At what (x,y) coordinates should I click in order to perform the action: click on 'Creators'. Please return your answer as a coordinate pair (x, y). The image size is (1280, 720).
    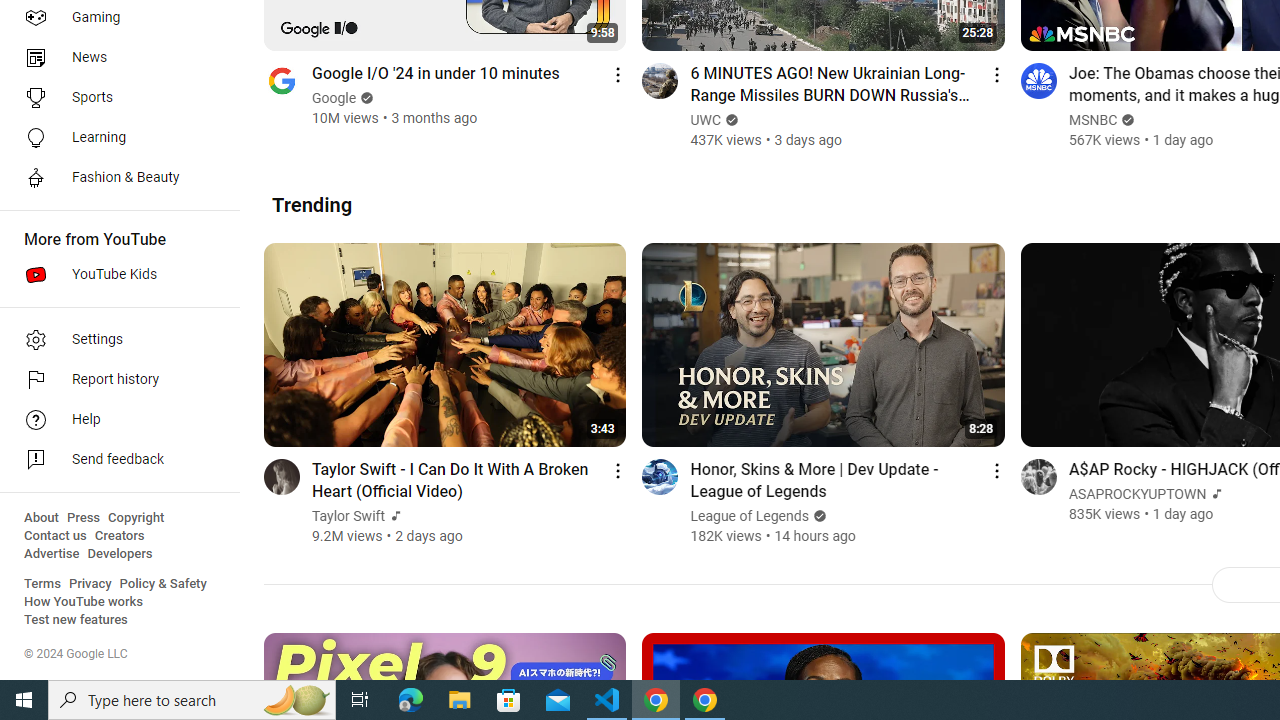
    Looking at the image, I should click on (118, 535).